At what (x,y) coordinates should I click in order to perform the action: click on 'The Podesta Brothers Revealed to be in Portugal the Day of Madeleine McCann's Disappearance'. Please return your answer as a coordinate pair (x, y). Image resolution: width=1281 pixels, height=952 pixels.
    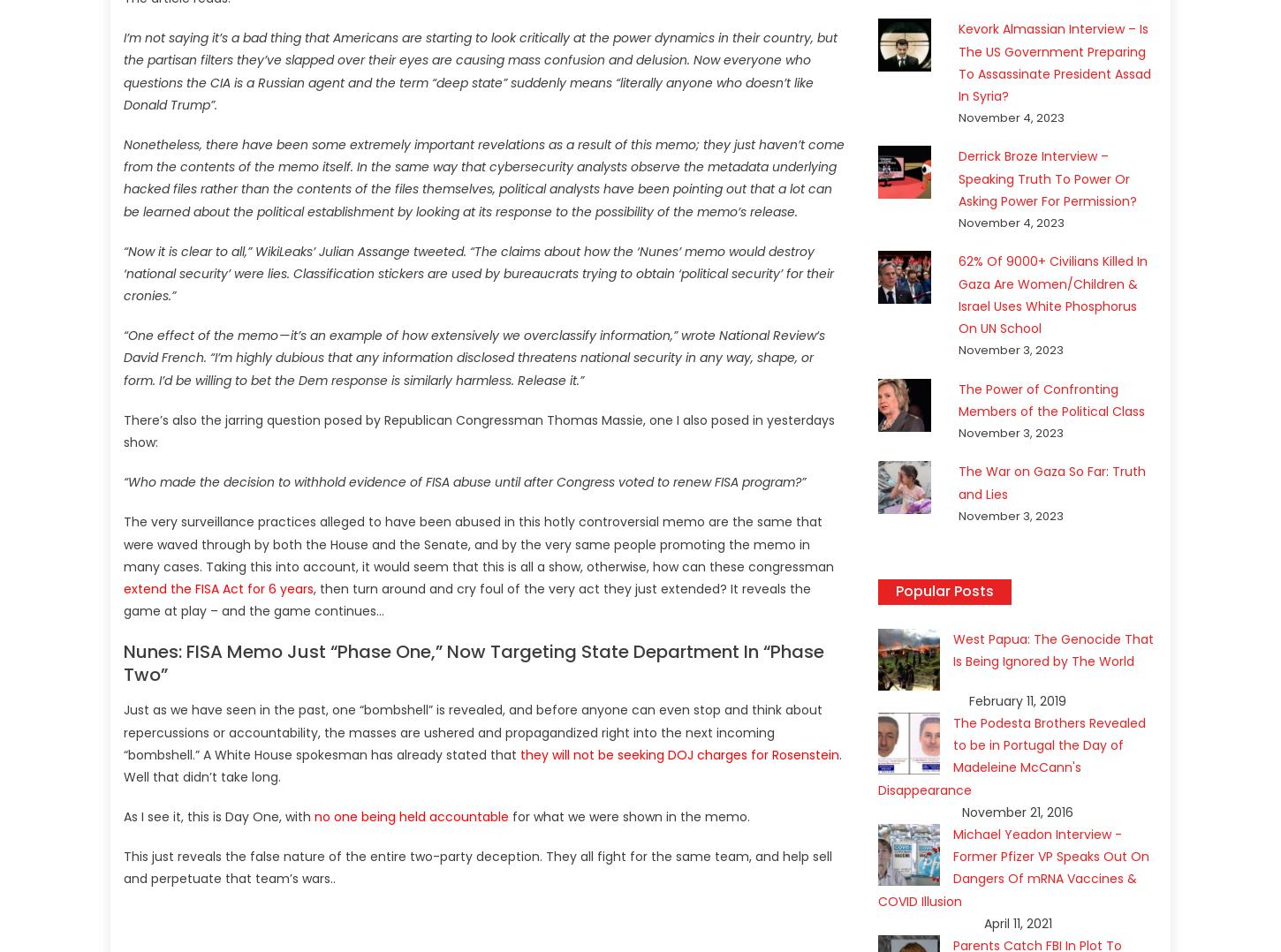
    Looking at the image, I should click on (1011, 755).